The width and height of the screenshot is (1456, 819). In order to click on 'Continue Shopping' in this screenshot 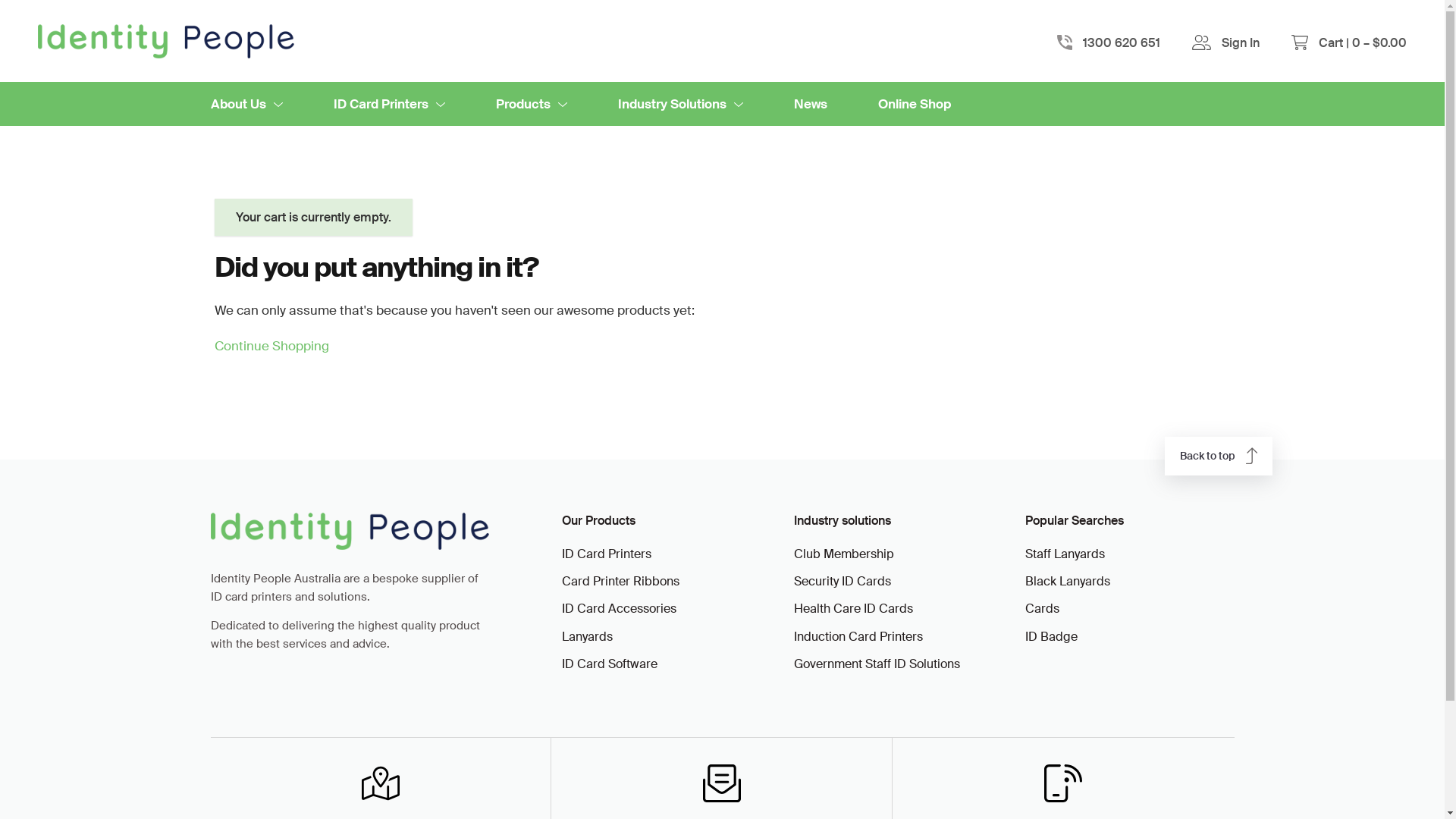, I will do `click(213, 345)`.